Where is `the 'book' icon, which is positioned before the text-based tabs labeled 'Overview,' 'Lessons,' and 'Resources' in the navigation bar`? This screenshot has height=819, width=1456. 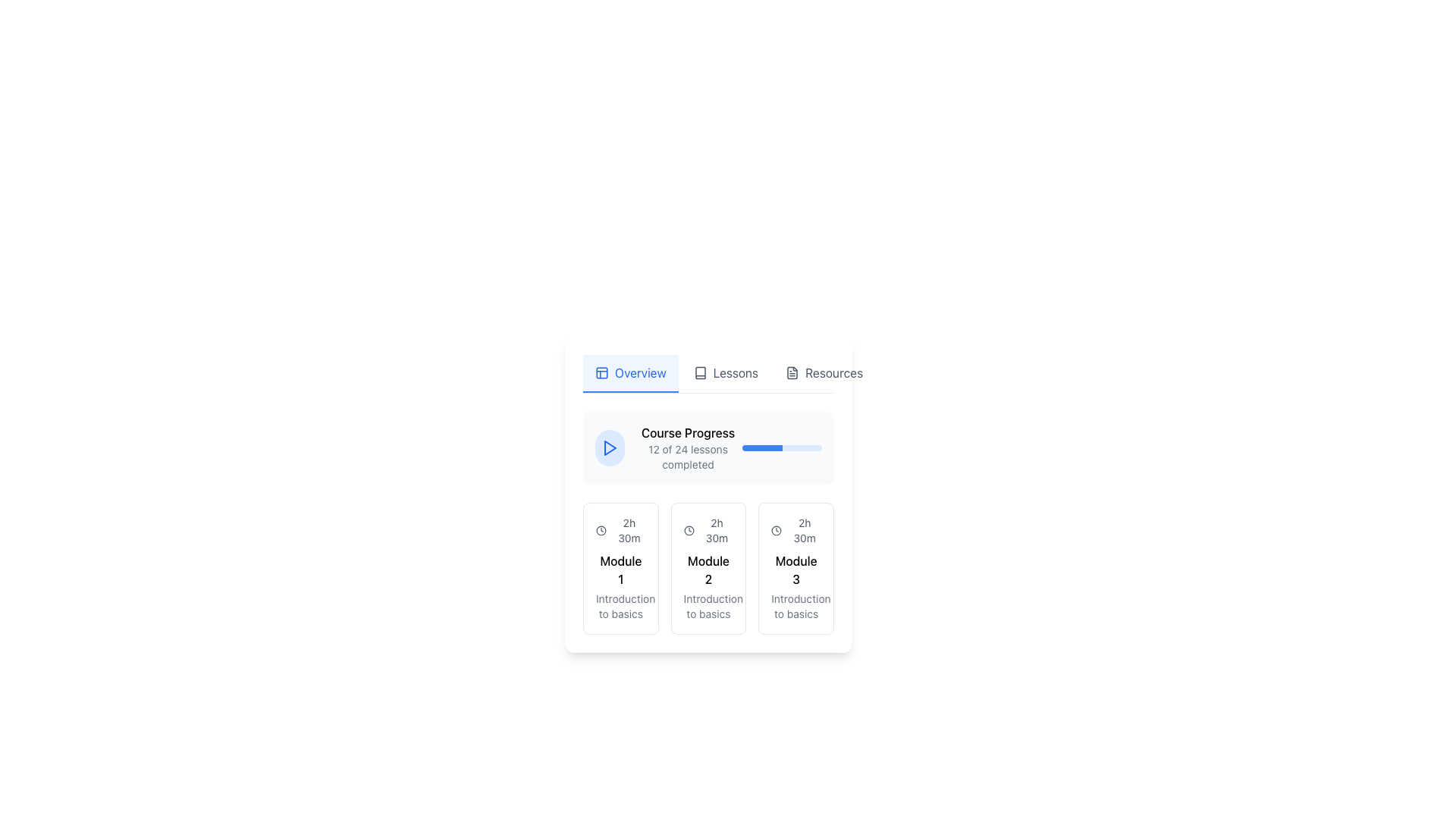 the 'book' icon, which is positioned before the text-based tabs labeled 'Overview,' 'Lessons,' and 'Resources' in the navigation bar is located at coordinates (699, 373).